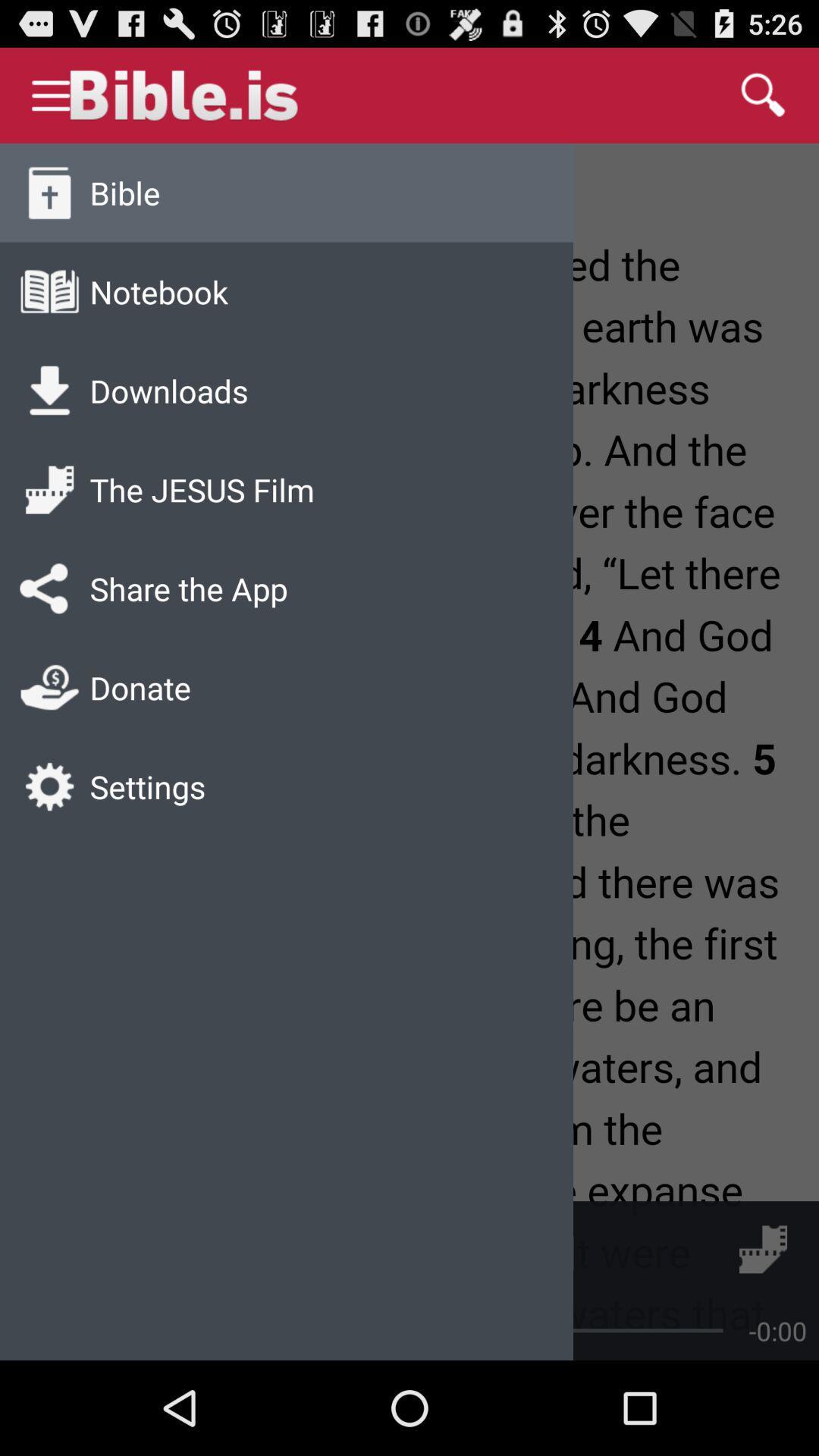 This screenshot has height=1456, width=819. What do you see at coordinates (49, 192) in the screenshot?
I see `the bible icon` at bounding box center [49, 192].